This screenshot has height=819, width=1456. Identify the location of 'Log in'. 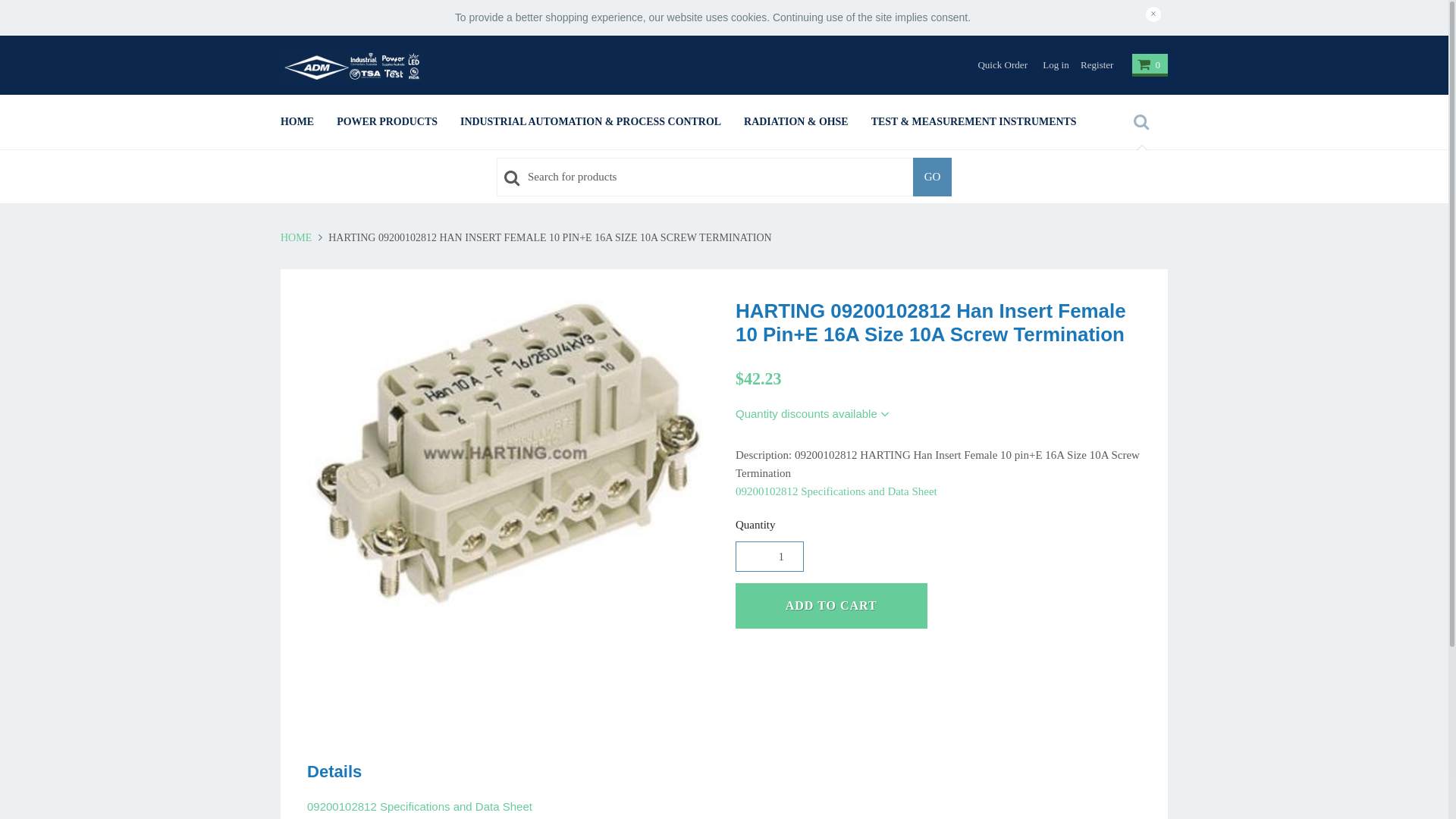
(1050, 64).